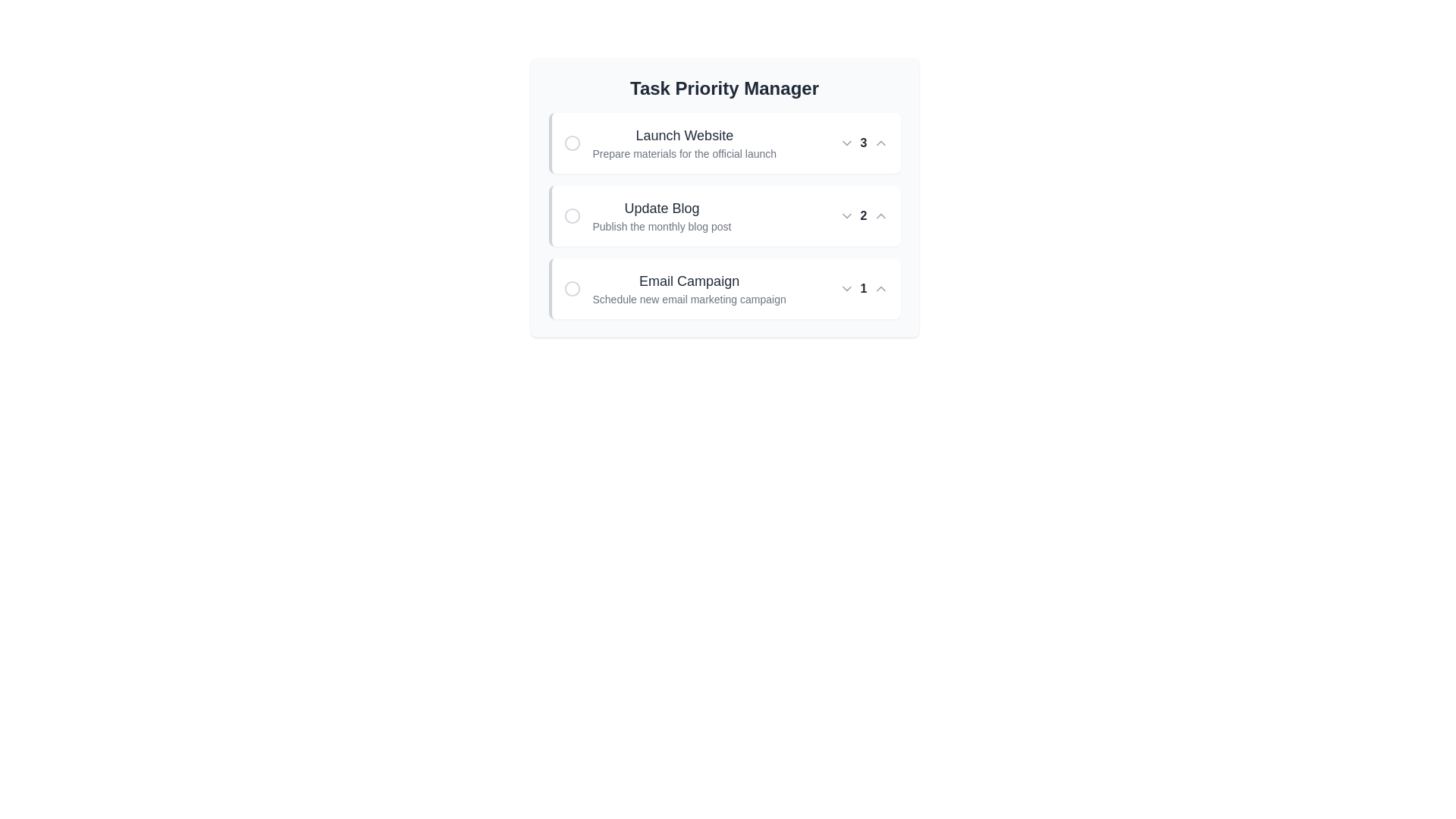 This screenshot has width=1456, height=819. Describe the element at coordinates (669, 143) in the screenshot. I see `the first task item` at that location.